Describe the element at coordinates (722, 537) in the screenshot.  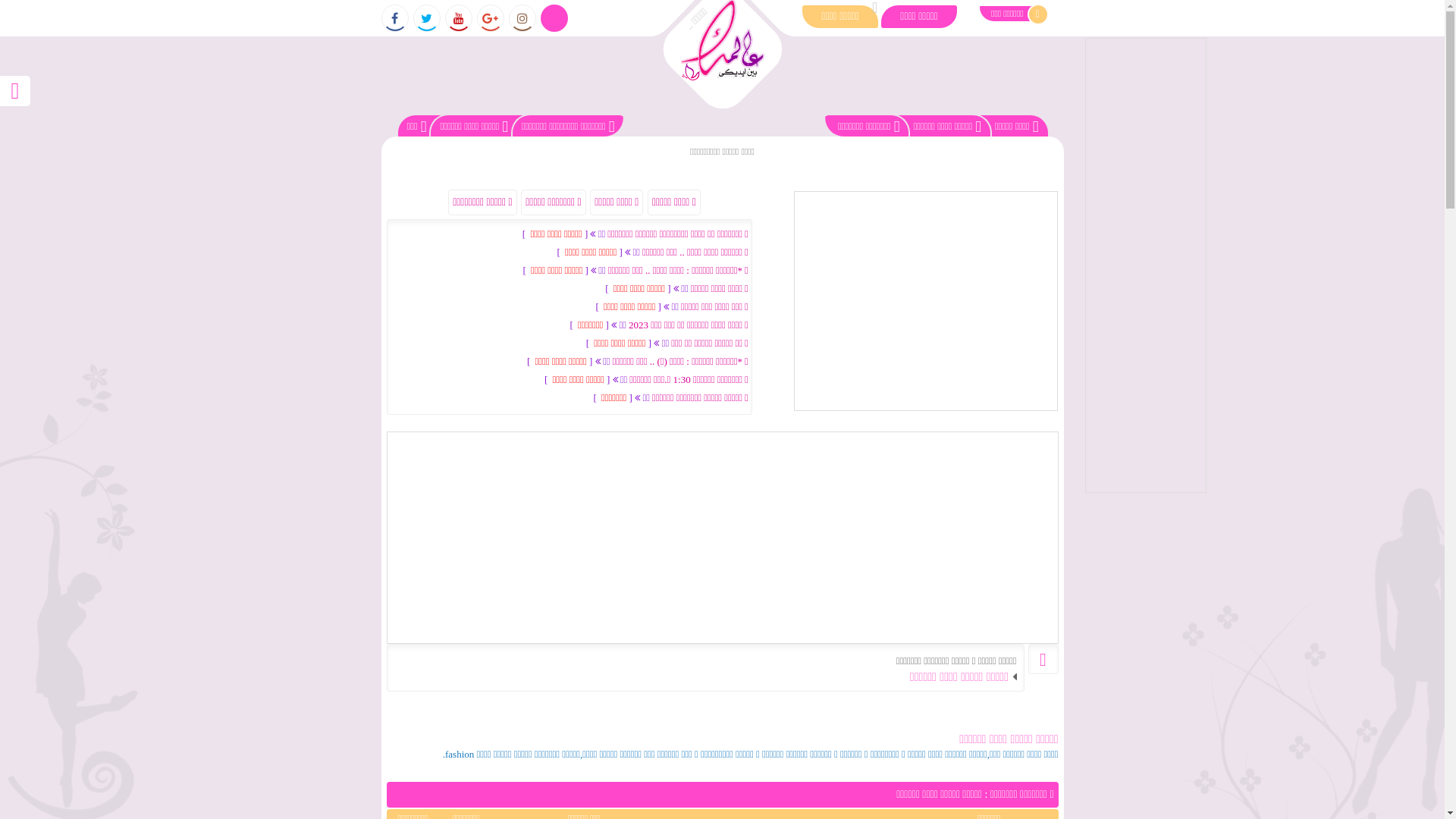
I see `'Advertisement'` at that location.